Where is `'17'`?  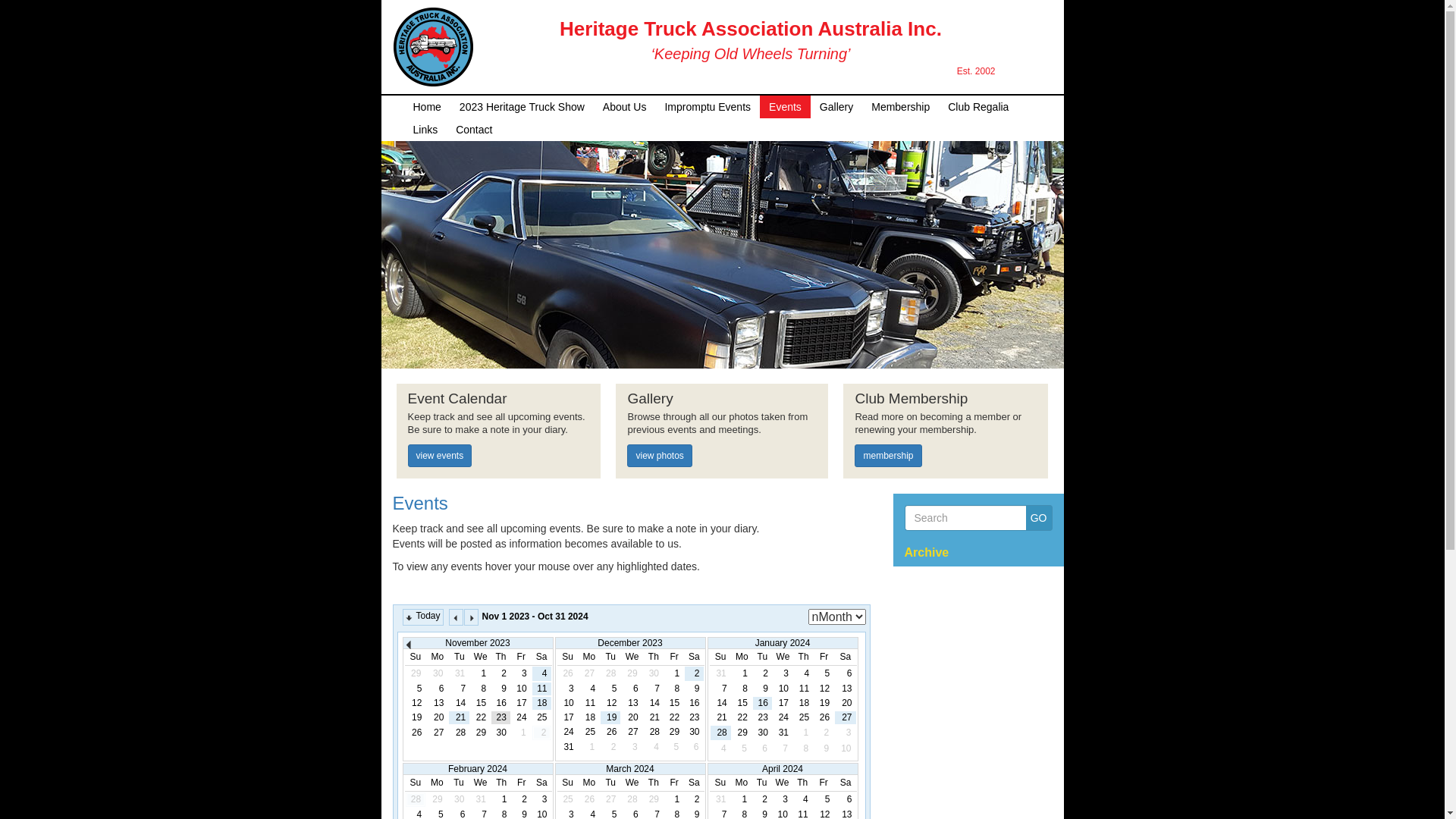
'17' is located at coordinates (513, 703).